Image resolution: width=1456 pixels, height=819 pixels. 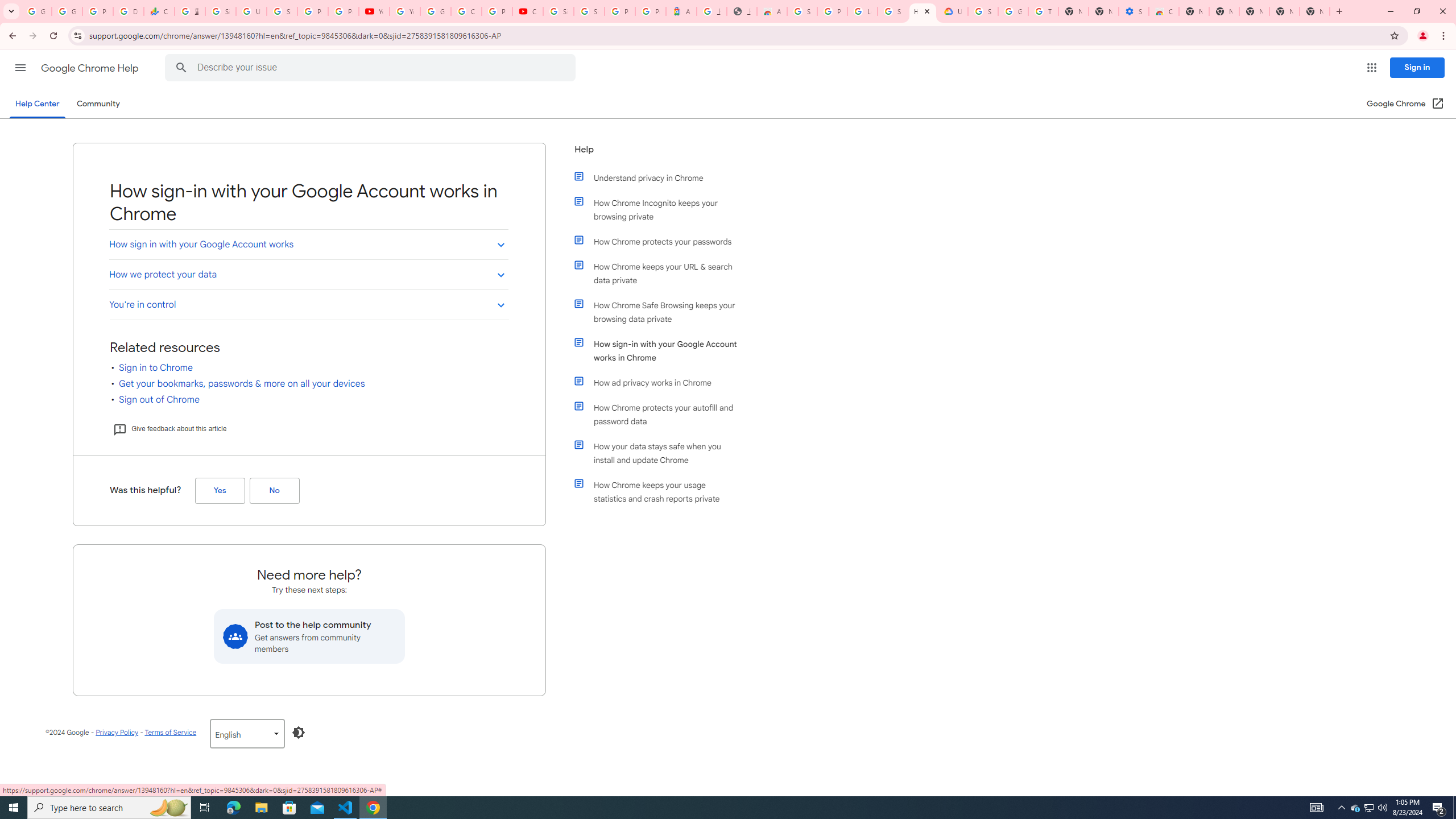 What do you see at coordinates (1043, 11) in the screenshot?
I see `'Turn cookies on or off - Computer - Google Account Help'` at bounding box center [1043, 11].